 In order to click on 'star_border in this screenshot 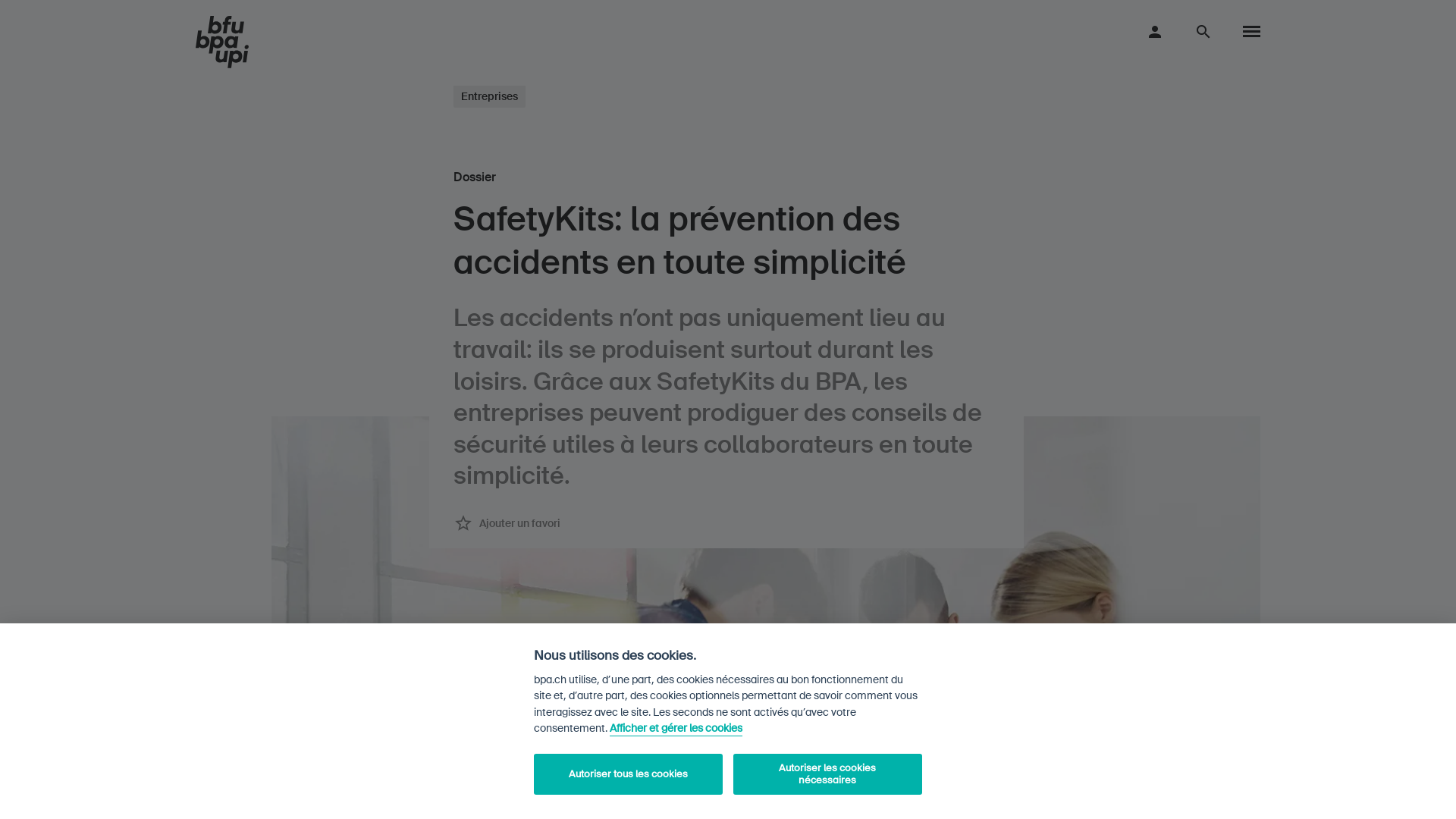, I will do `click(453, 522)`.